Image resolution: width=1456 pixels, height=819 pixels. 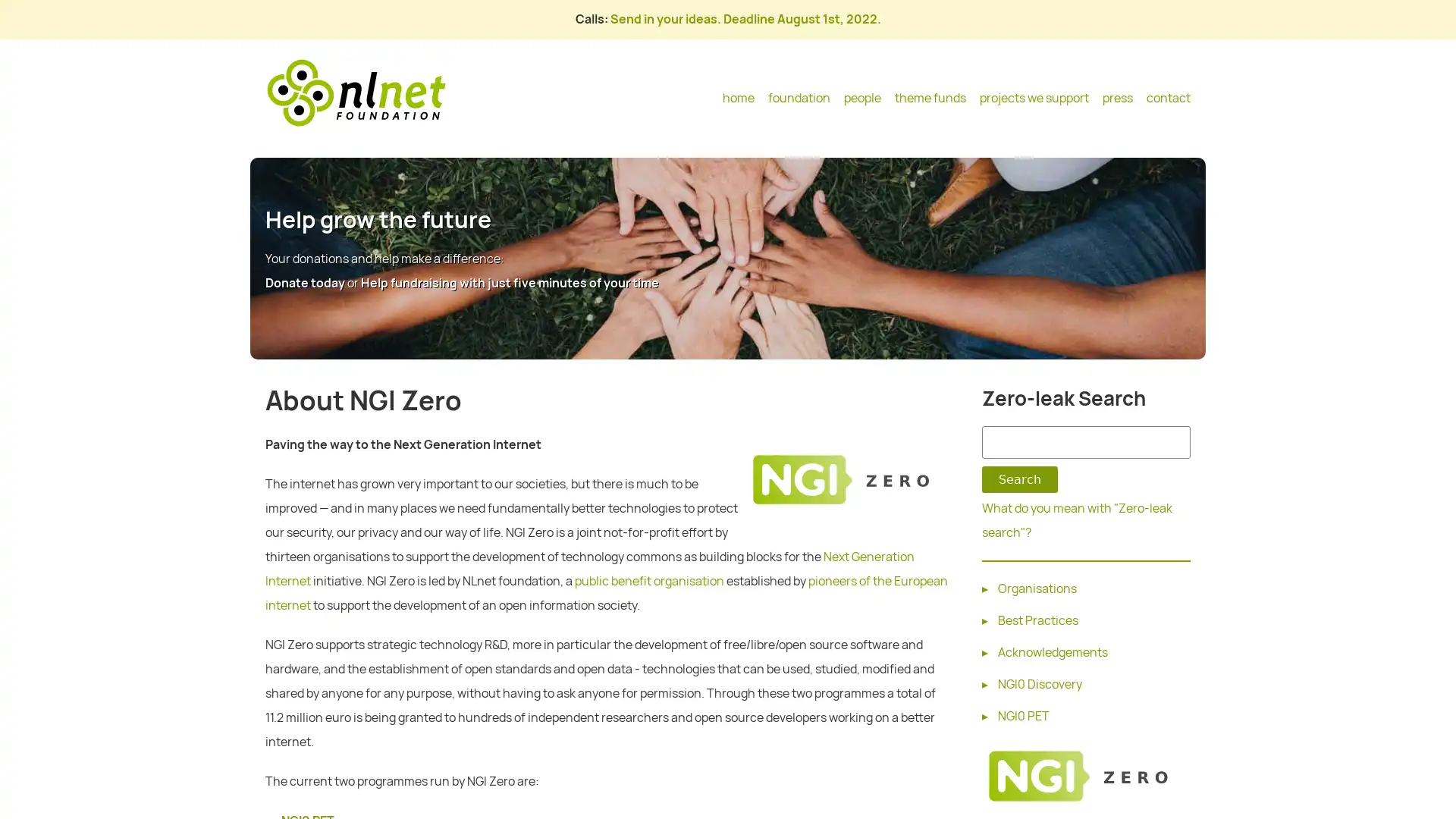 What do you see at coordinates (1019, 479) in the screenshot?
I see `Search` at bounding box center [1019, 479].